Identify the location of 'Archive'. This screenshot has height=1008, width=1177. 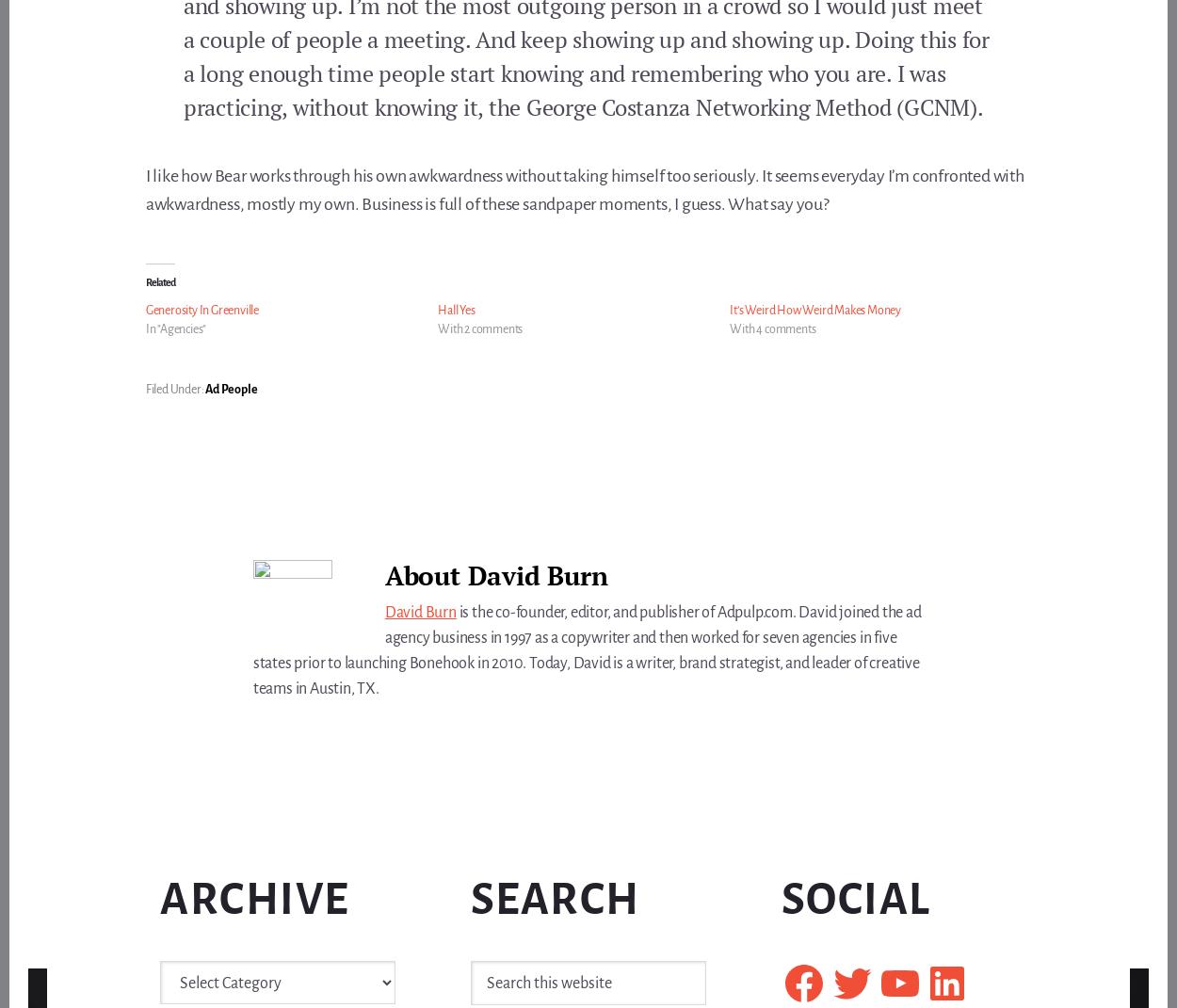
(254, 898).